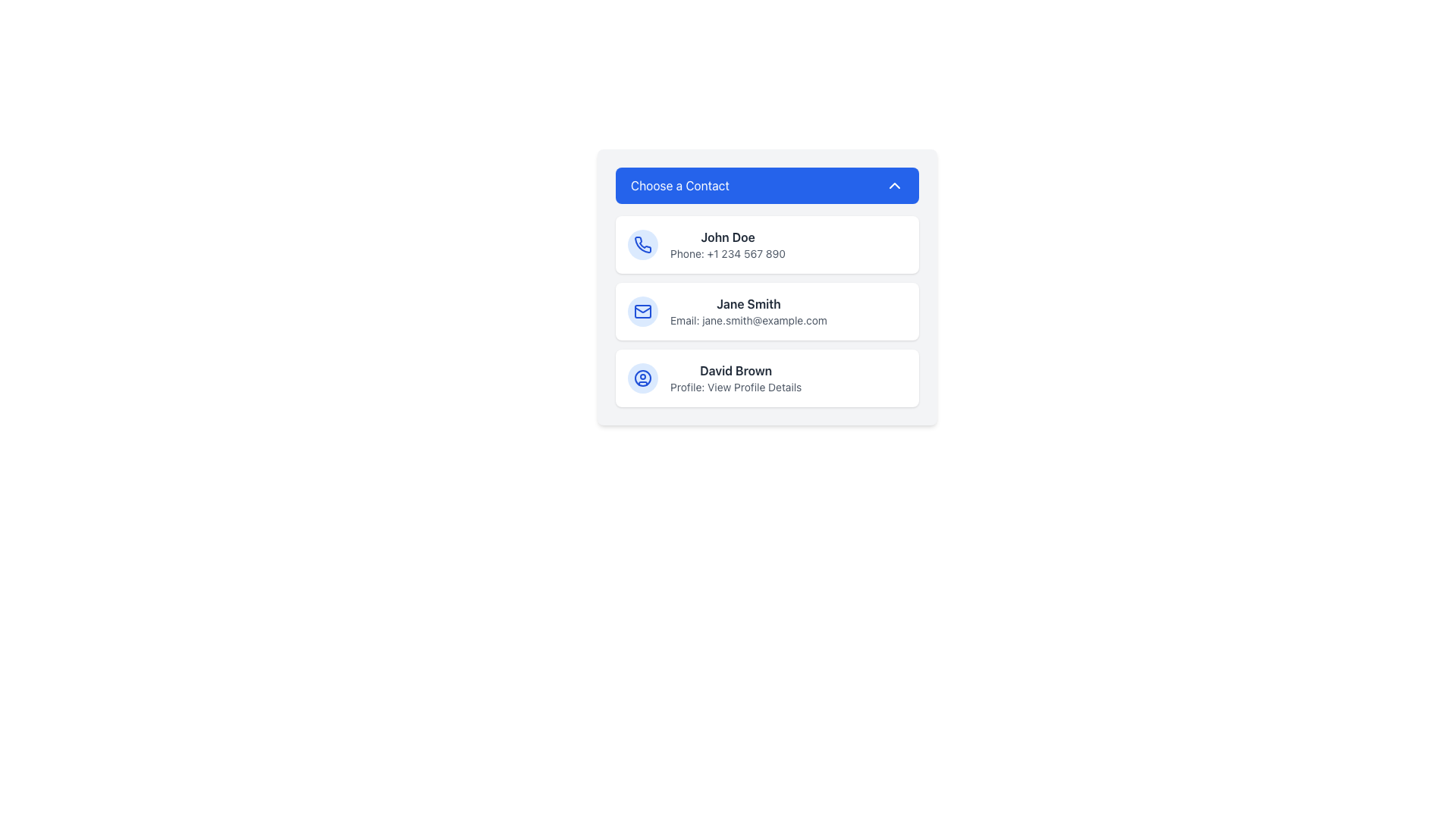 Image resolution: width=1456 pixels, height=819 pixels. What do you see at coordinates (736, 371) in the screenshot?
I see `the text label displaying 'David Brown' in bold gray font, which is positioned at the top of its informational card` at bounding box center [736, 371].